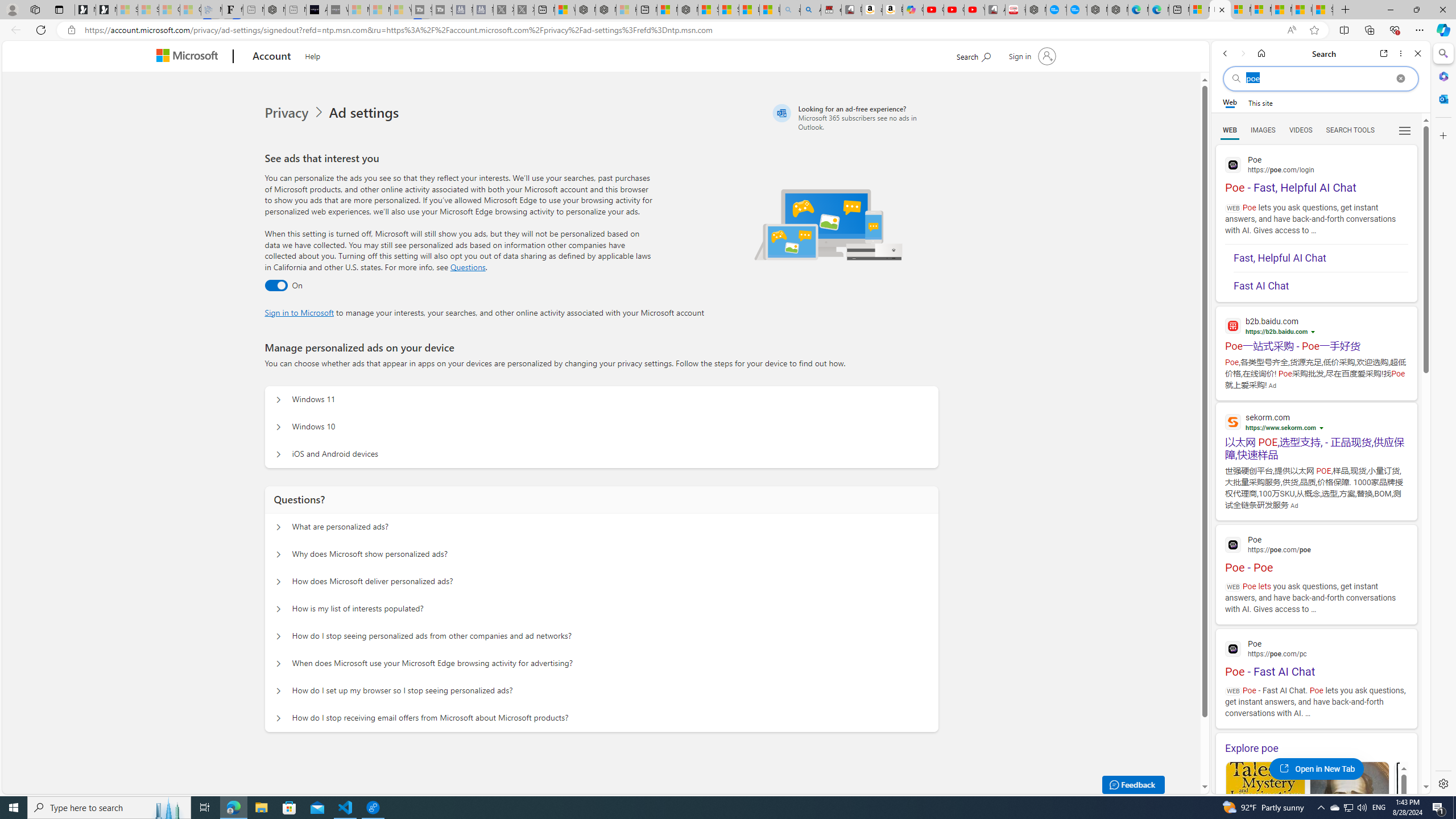 This screenshot has height=819, width=1456. Describe the element at coordinates (1442, 53) in the screenshot. I see `'Search'` at that location.